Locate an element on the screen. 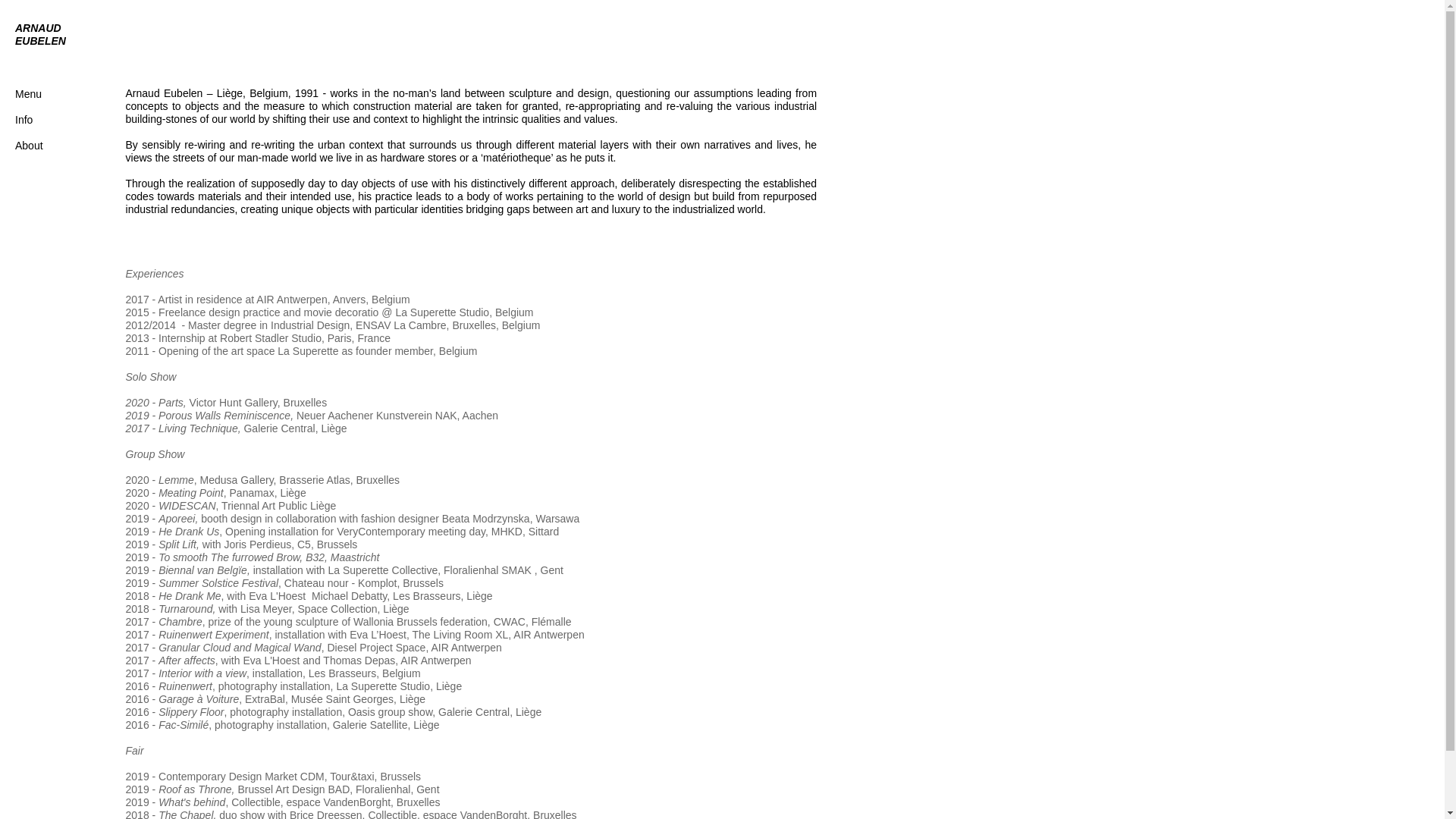  'EUBELEN' is located at coordinates (14, 40).